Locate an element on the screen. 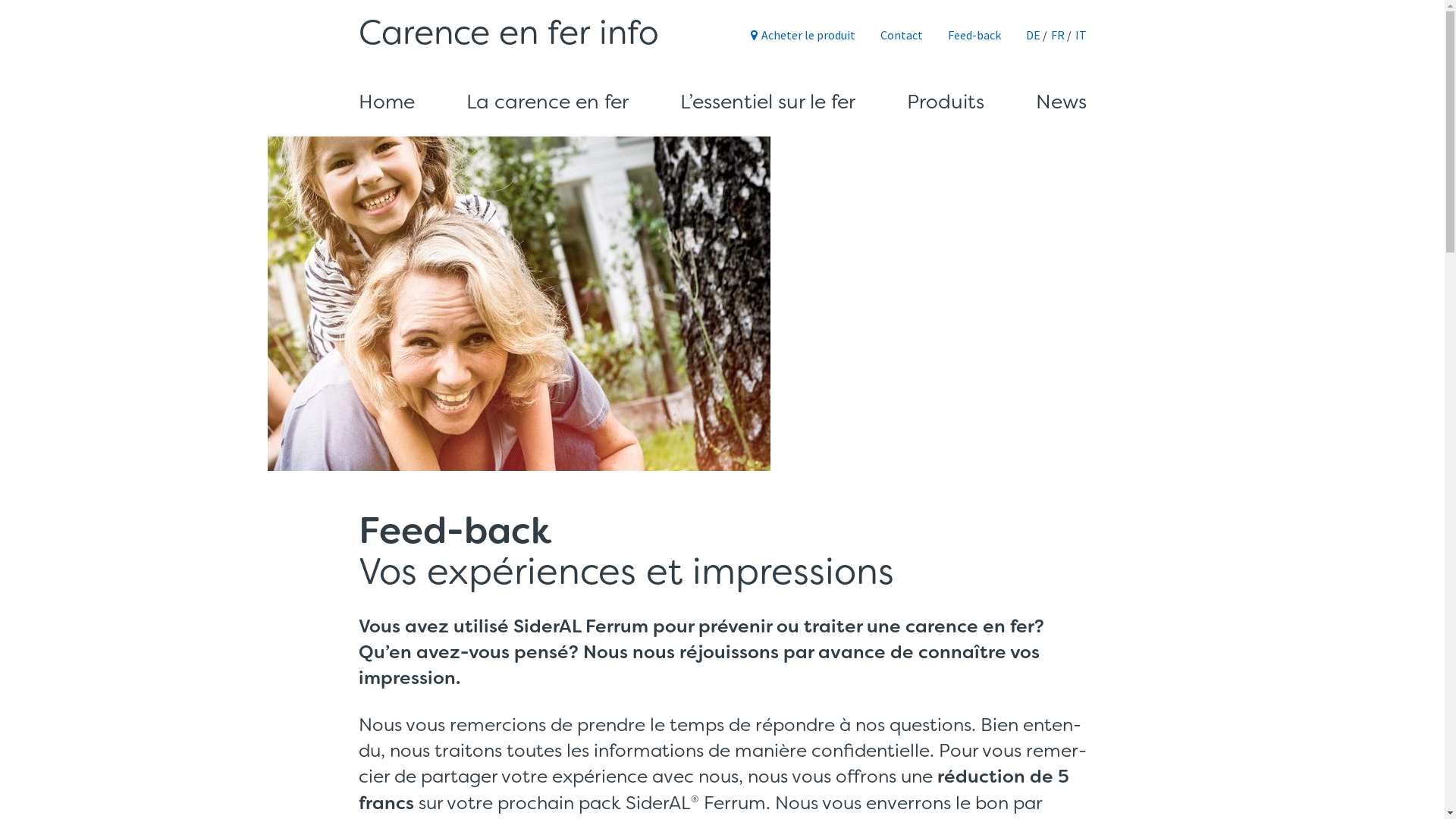 This screenshot has width=1456, height=819. 'Contact' is located at coordinates (900, 34).